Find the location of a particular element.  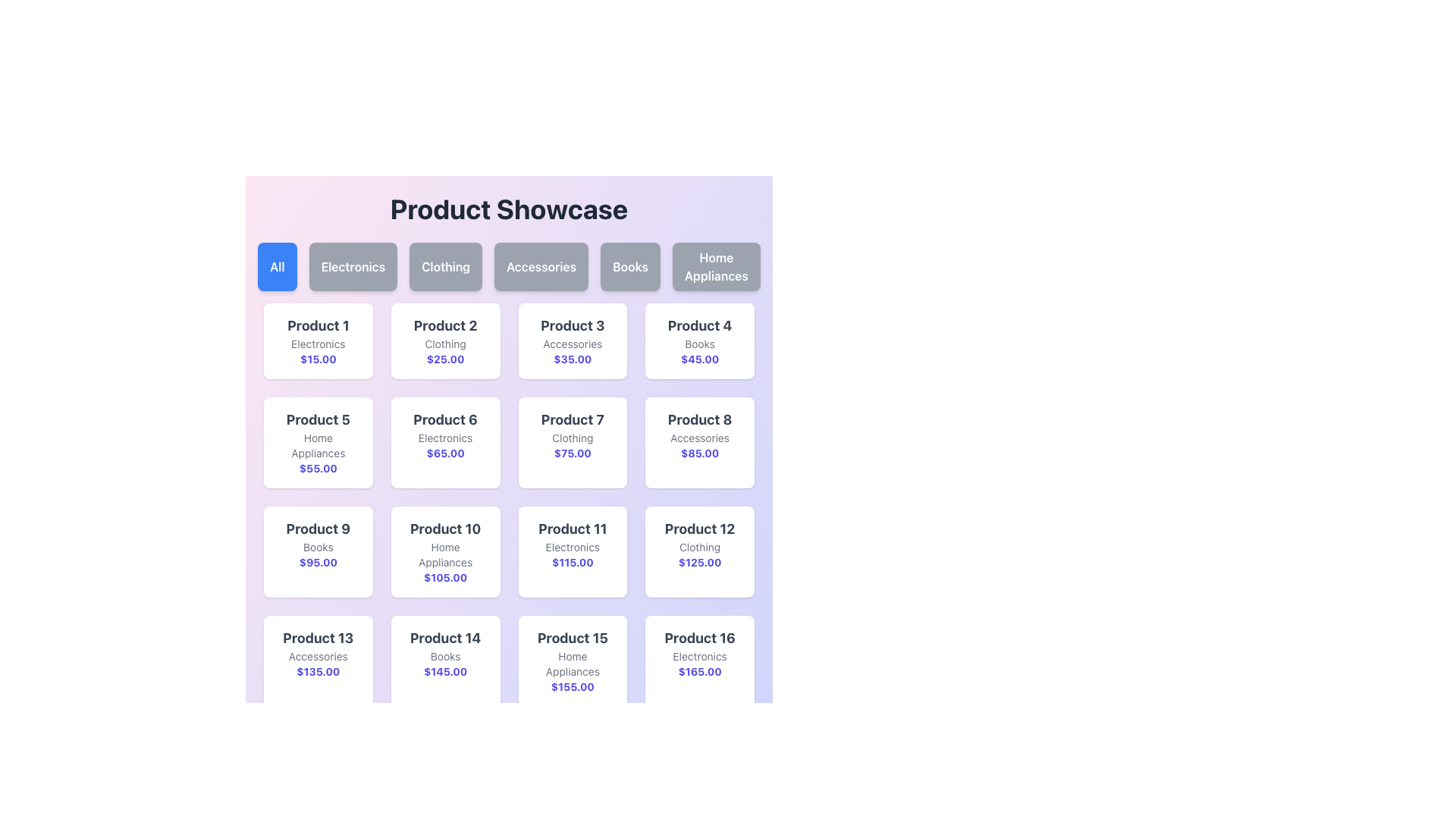

the information displayed in the card titled 'Product 7' with a white background and rounded corners, located in the third column of the second row of the grid layout is located at coordinates (572, 442).